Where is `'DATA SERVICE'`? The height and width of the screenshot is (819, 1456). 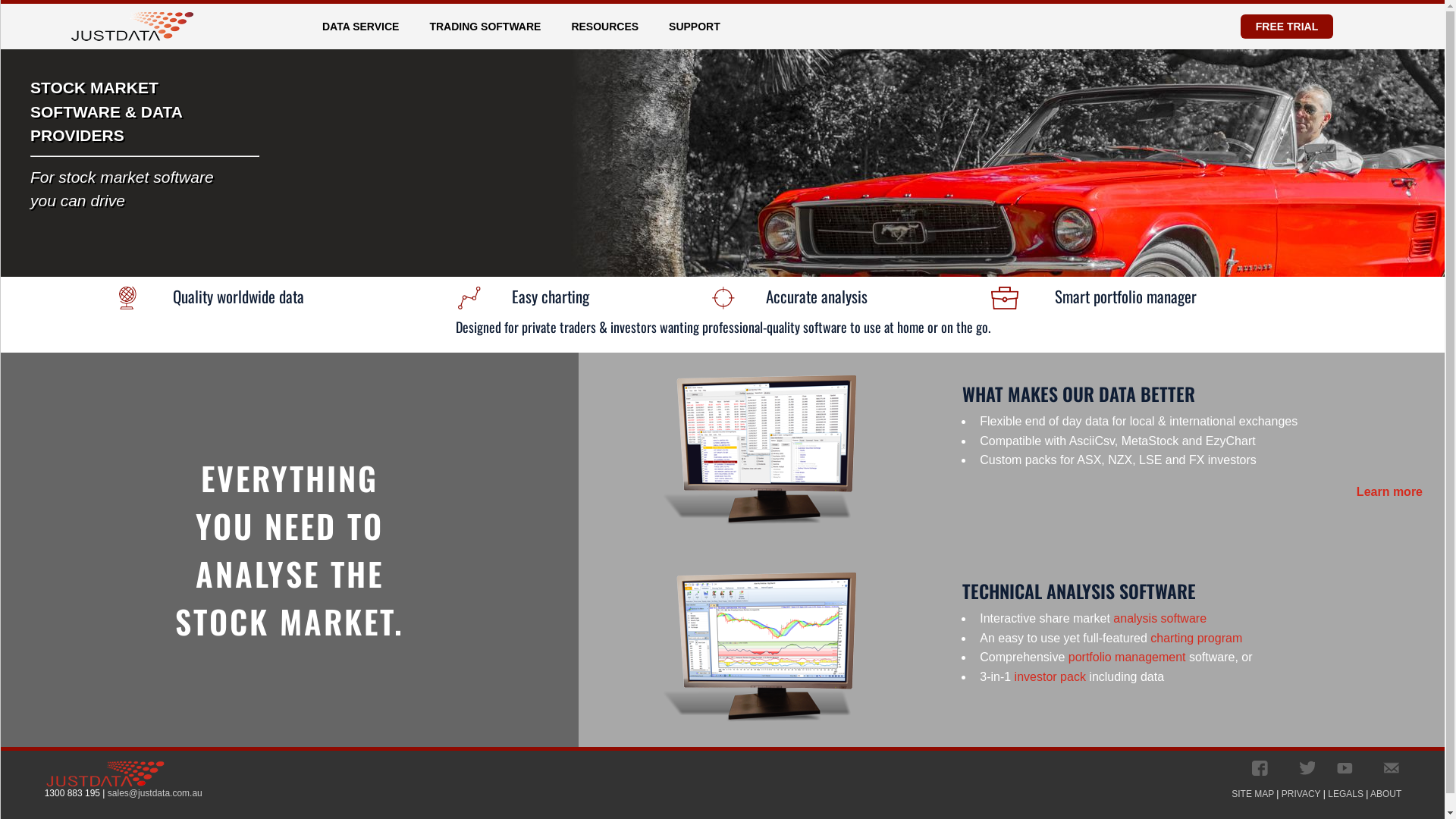 'DATA SERVICE' is located at coordinates (365, 26).